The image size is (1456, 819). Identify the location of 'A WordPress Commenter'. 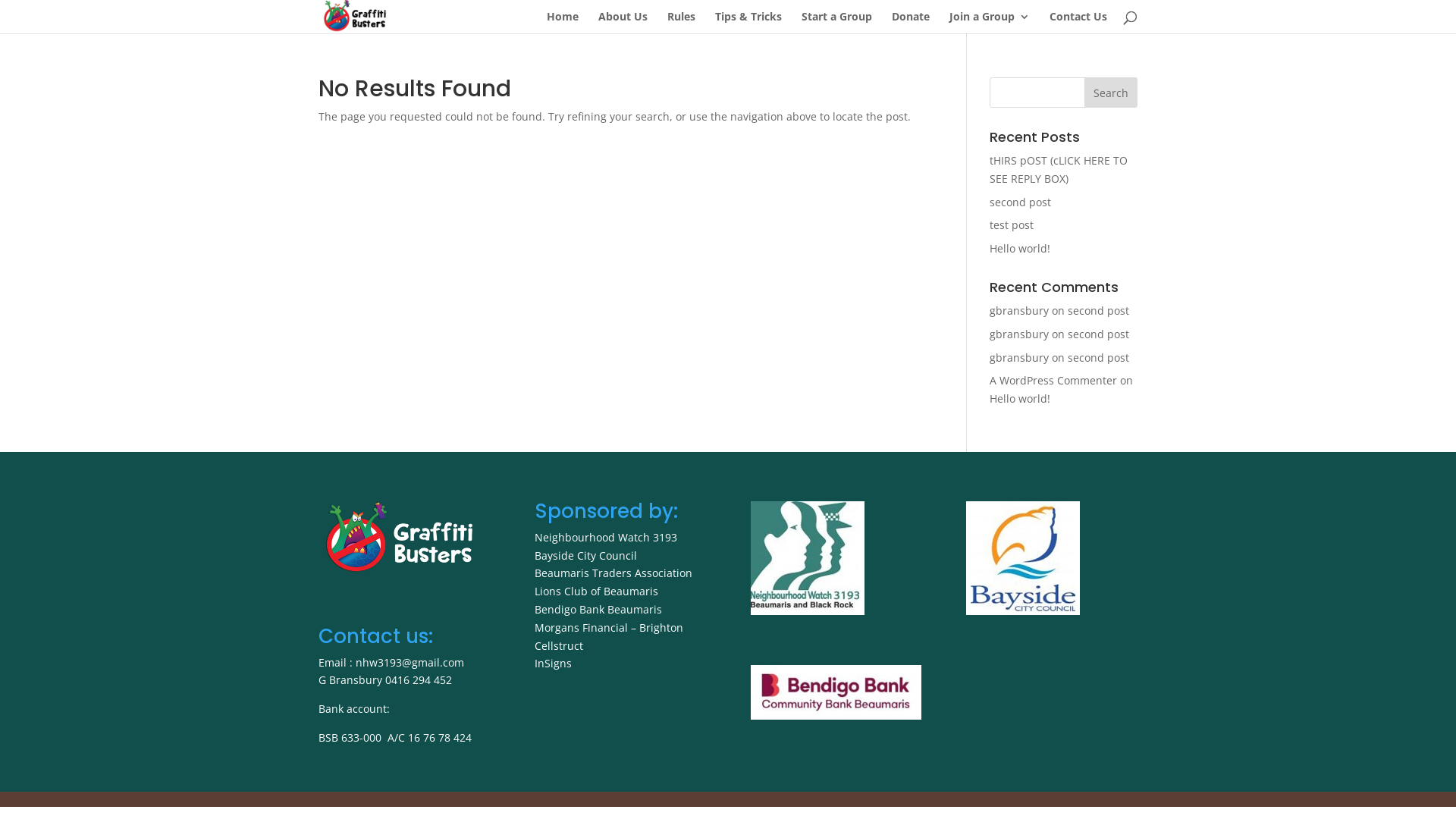
(1052, 379).